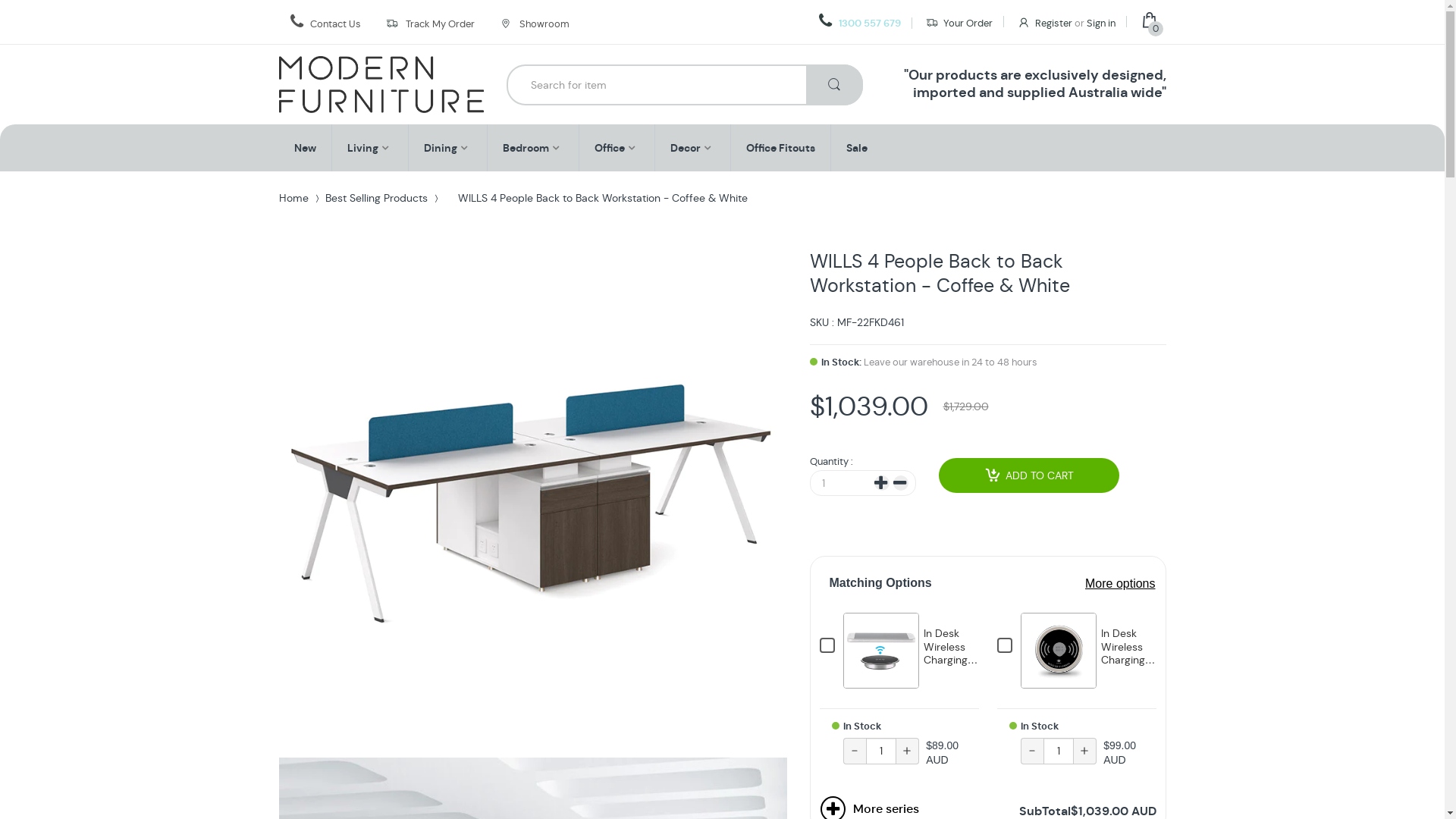  I want to click on 'Sign in', so click(1100, 23).